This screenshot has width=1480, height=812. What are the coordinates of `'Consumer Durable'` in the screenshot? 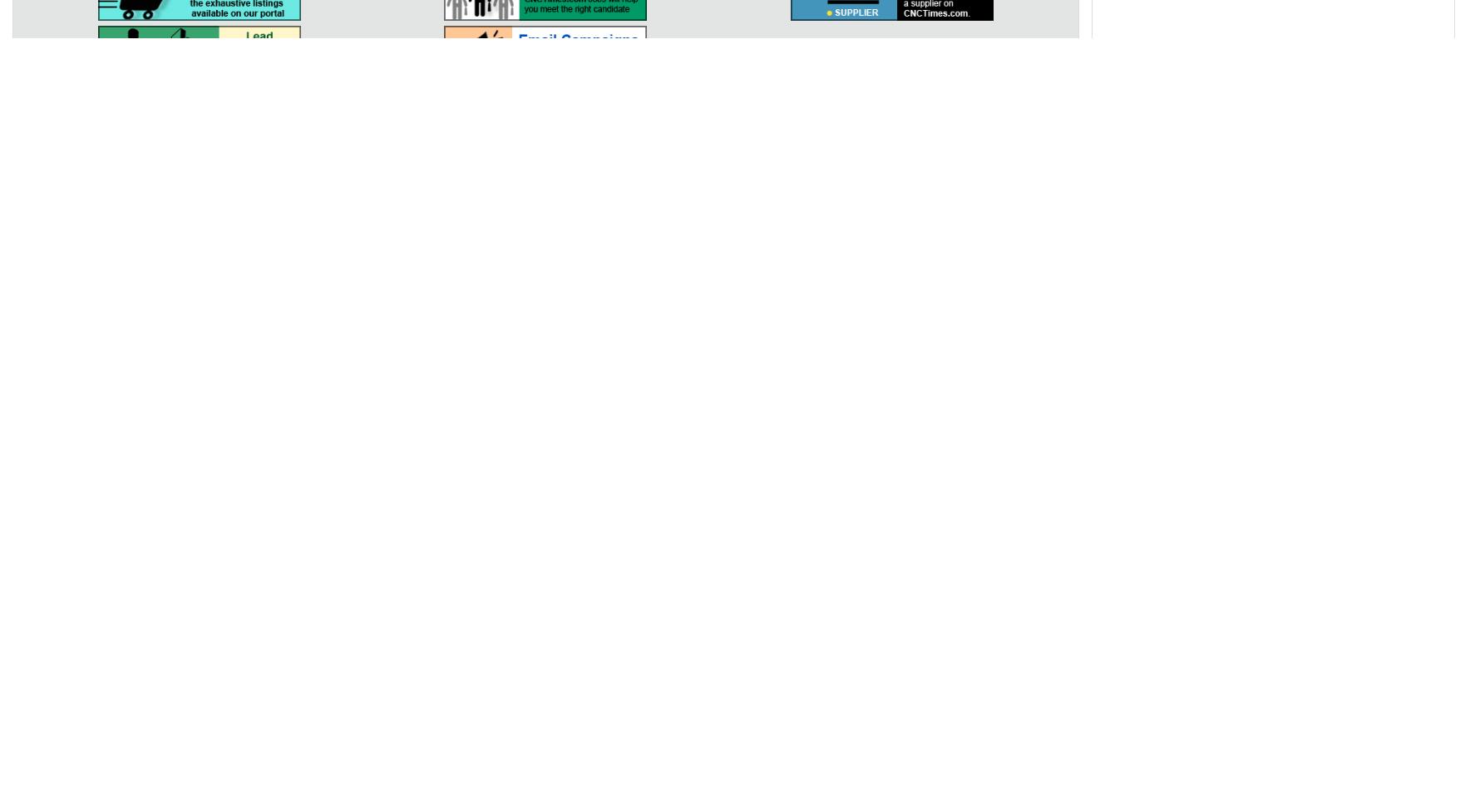 It's located at (1049, 321).